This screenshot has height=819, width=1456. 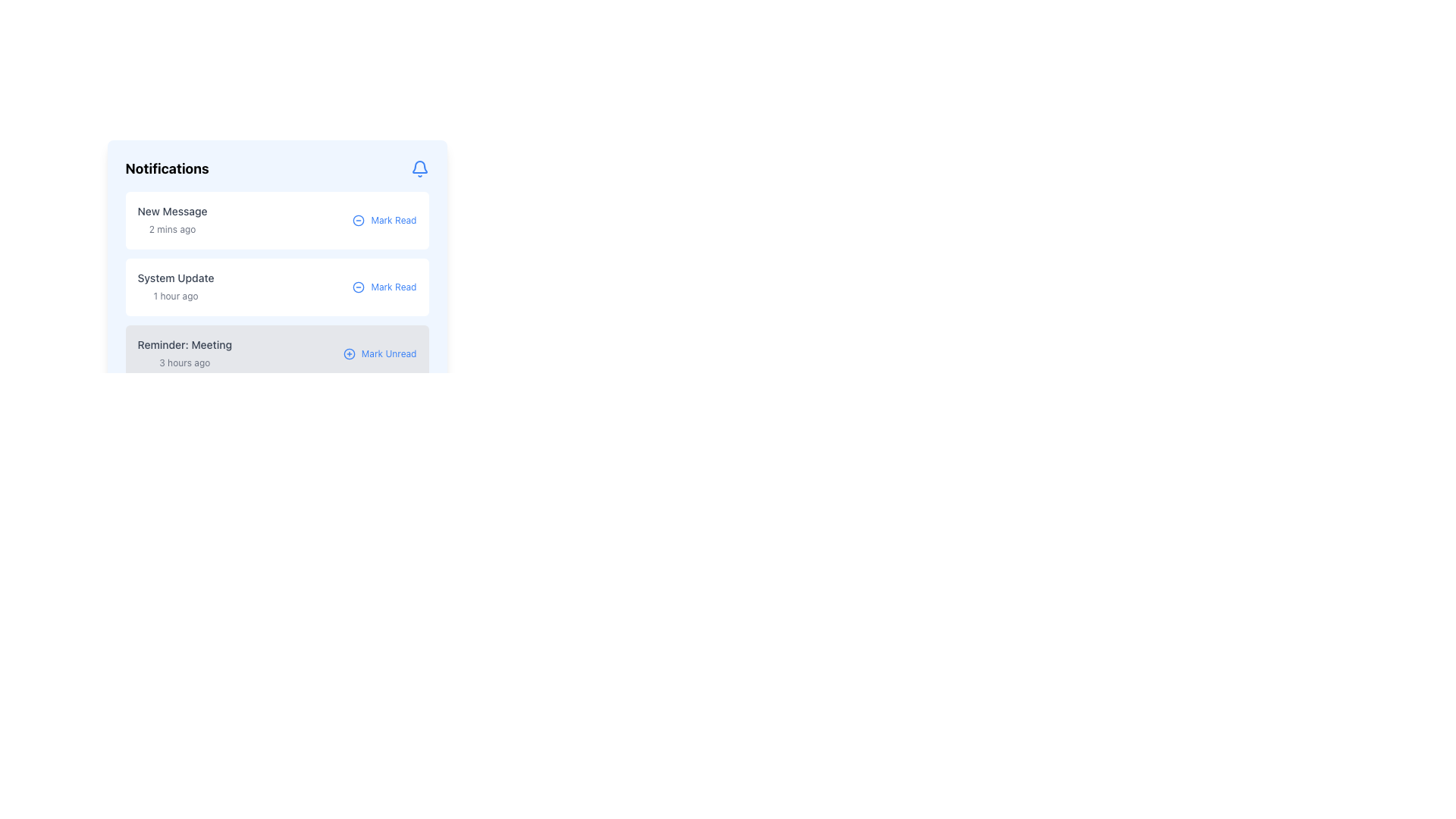 I want to click on the text label that displays the time elapsed since the notification was received, located beneath the main title 'Reminder: Meeting' in the lower left quadrant of the notification entry, so click(x=184, y=362).